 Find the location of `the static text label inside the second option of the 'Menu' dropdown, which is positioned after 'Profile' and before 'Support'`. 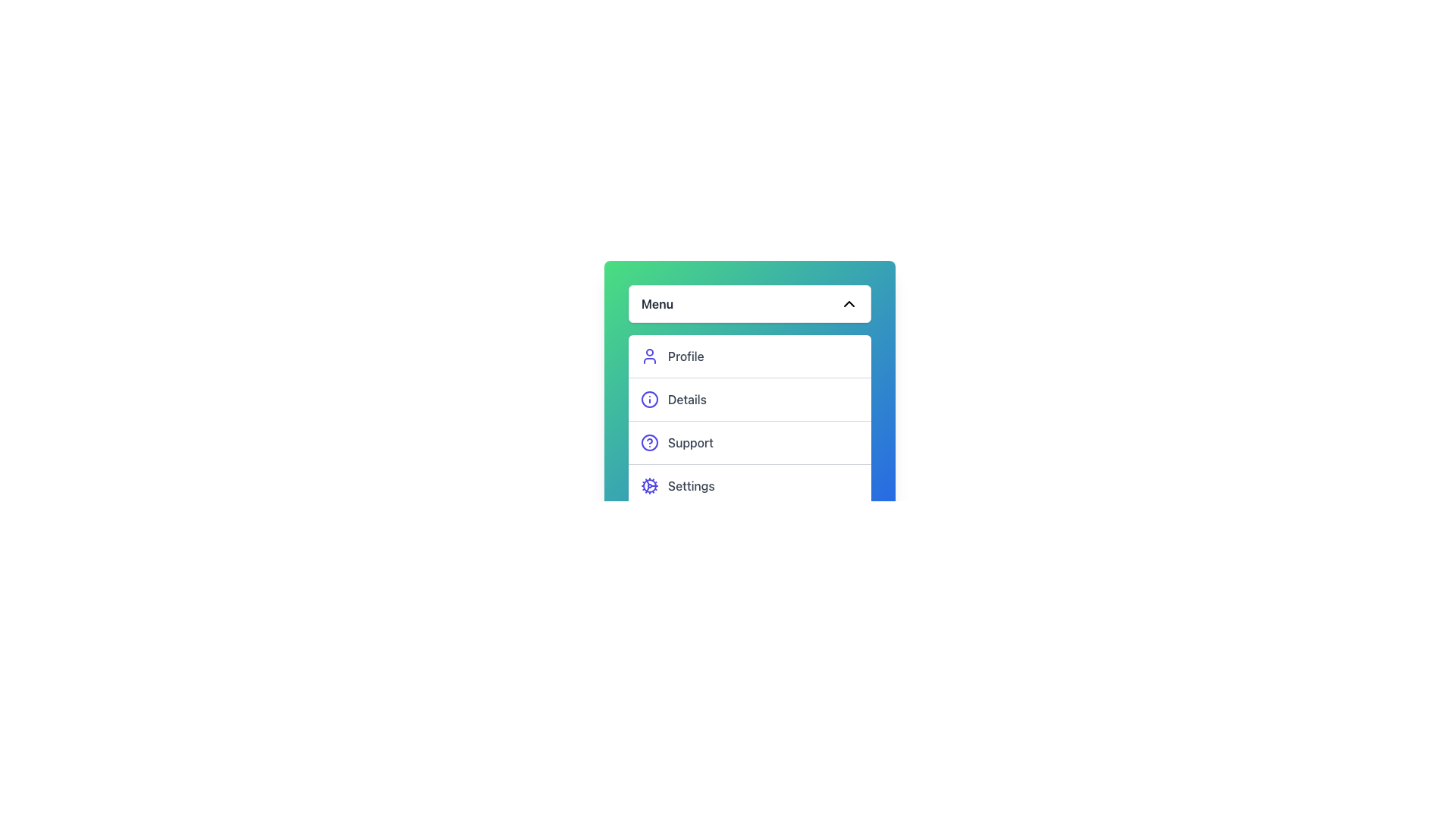

the static text label inside the second option of the 'Menu' dropdown, which is positioned after 'Profile' and before 'Support' is located at coordinates (686, 399).